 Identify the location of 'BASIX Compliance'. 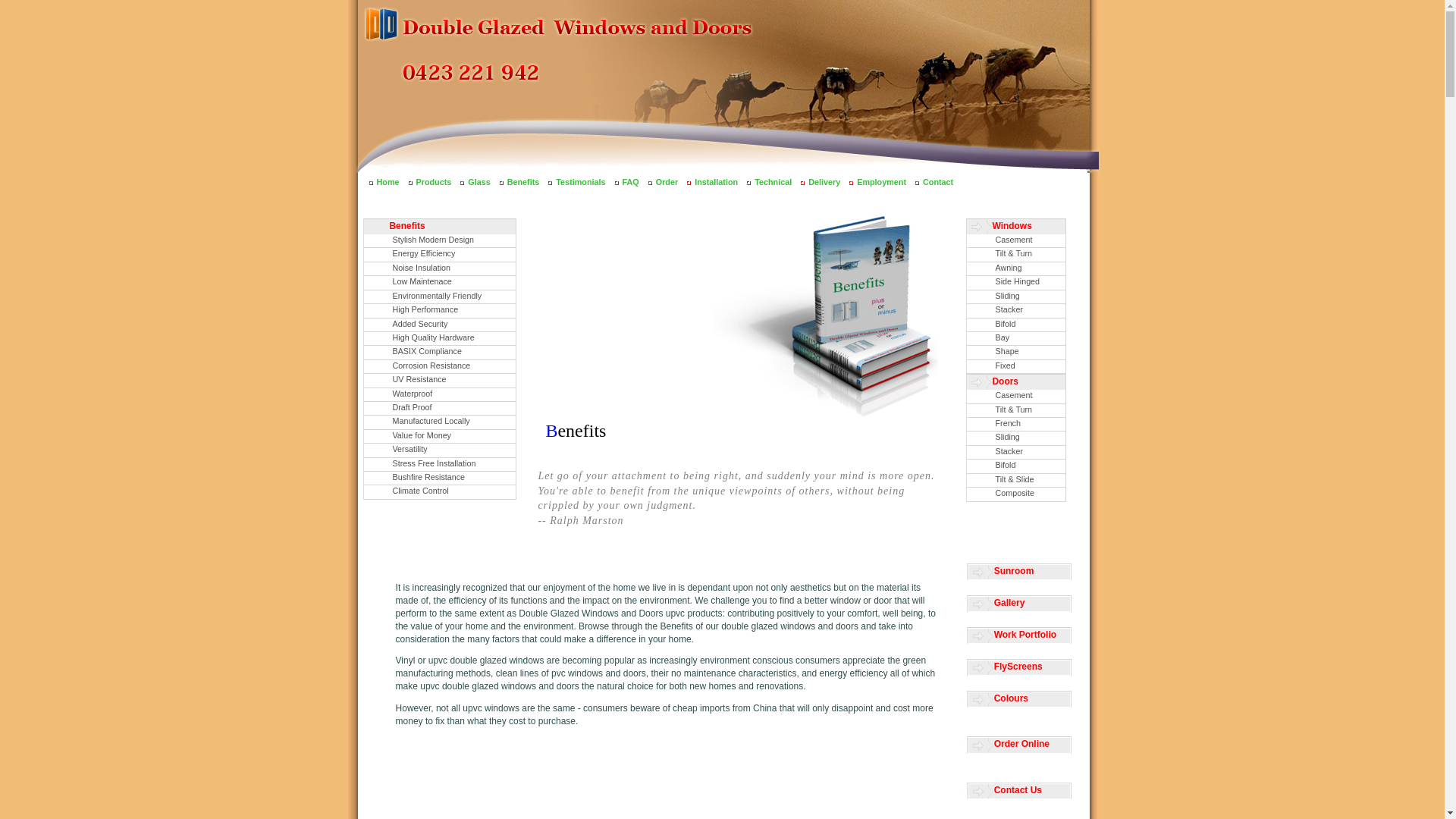
(439, 352).